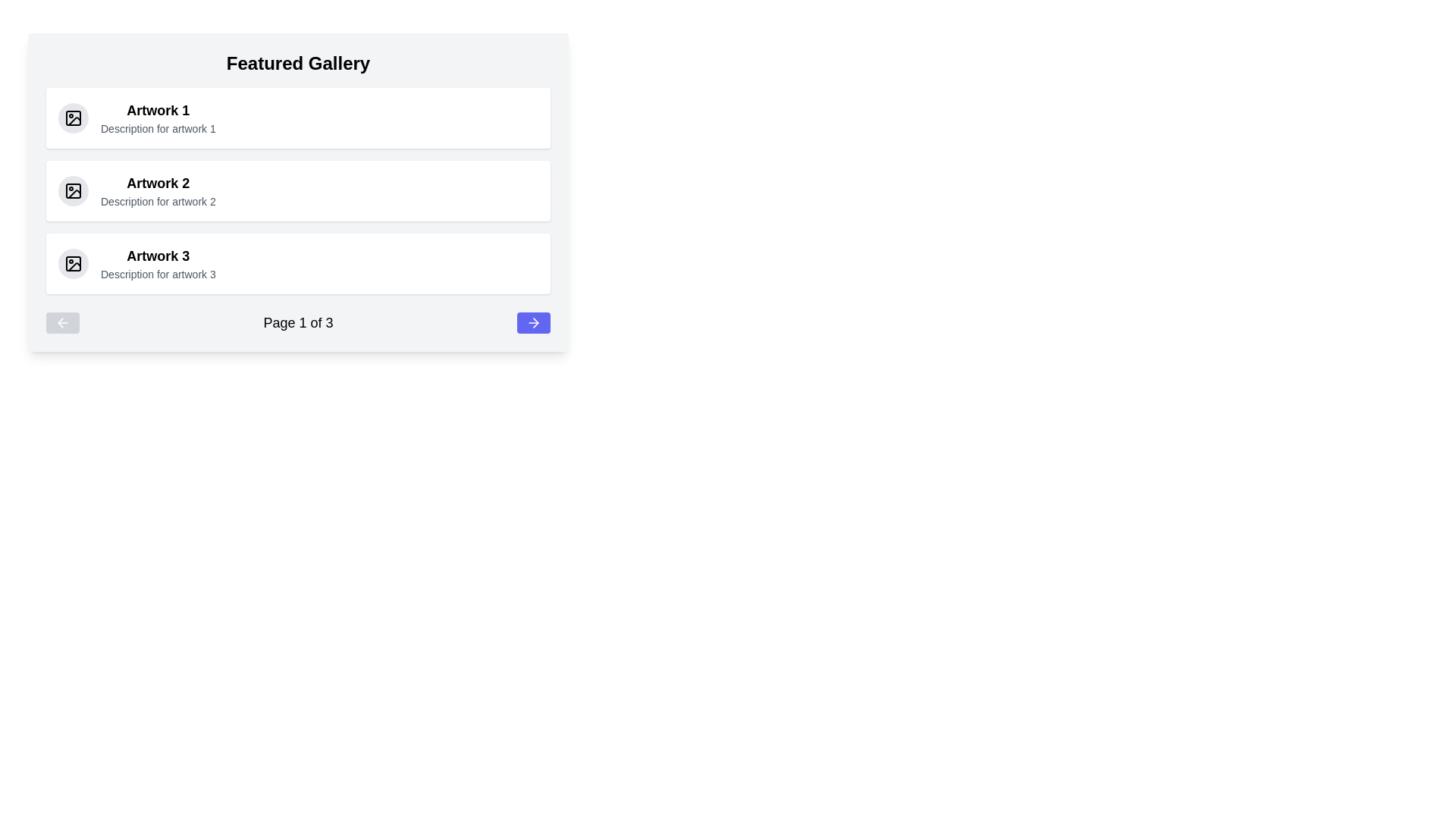 The width and height of the screenshot is (1456, 819). I want to click on the 'Featured Gallery' title text, which is a bold, large font element located at the top of its section, serving as a header for the following content, so click(298, 63).